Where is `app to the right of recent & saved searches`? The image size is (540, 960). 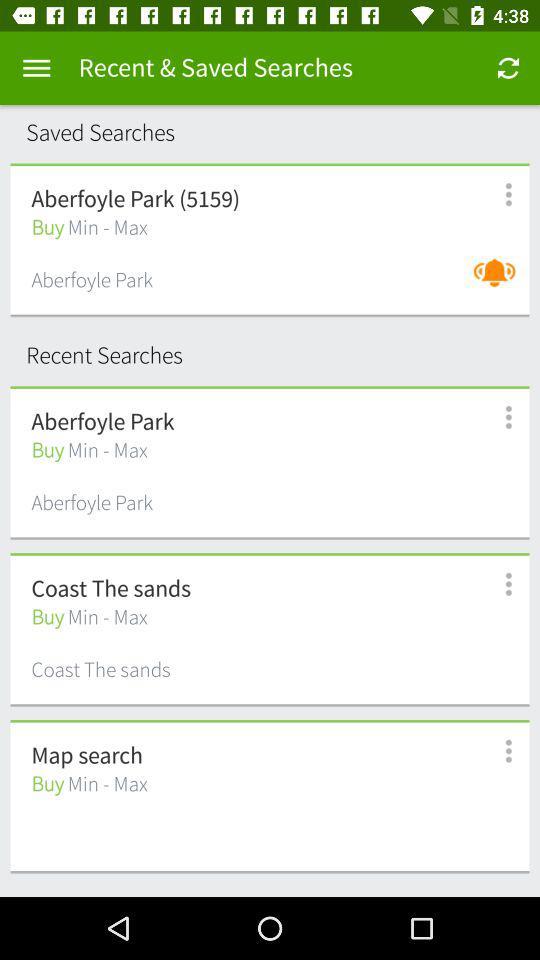 app to the right of recent & saved searches is located at coordinates (508, 68).